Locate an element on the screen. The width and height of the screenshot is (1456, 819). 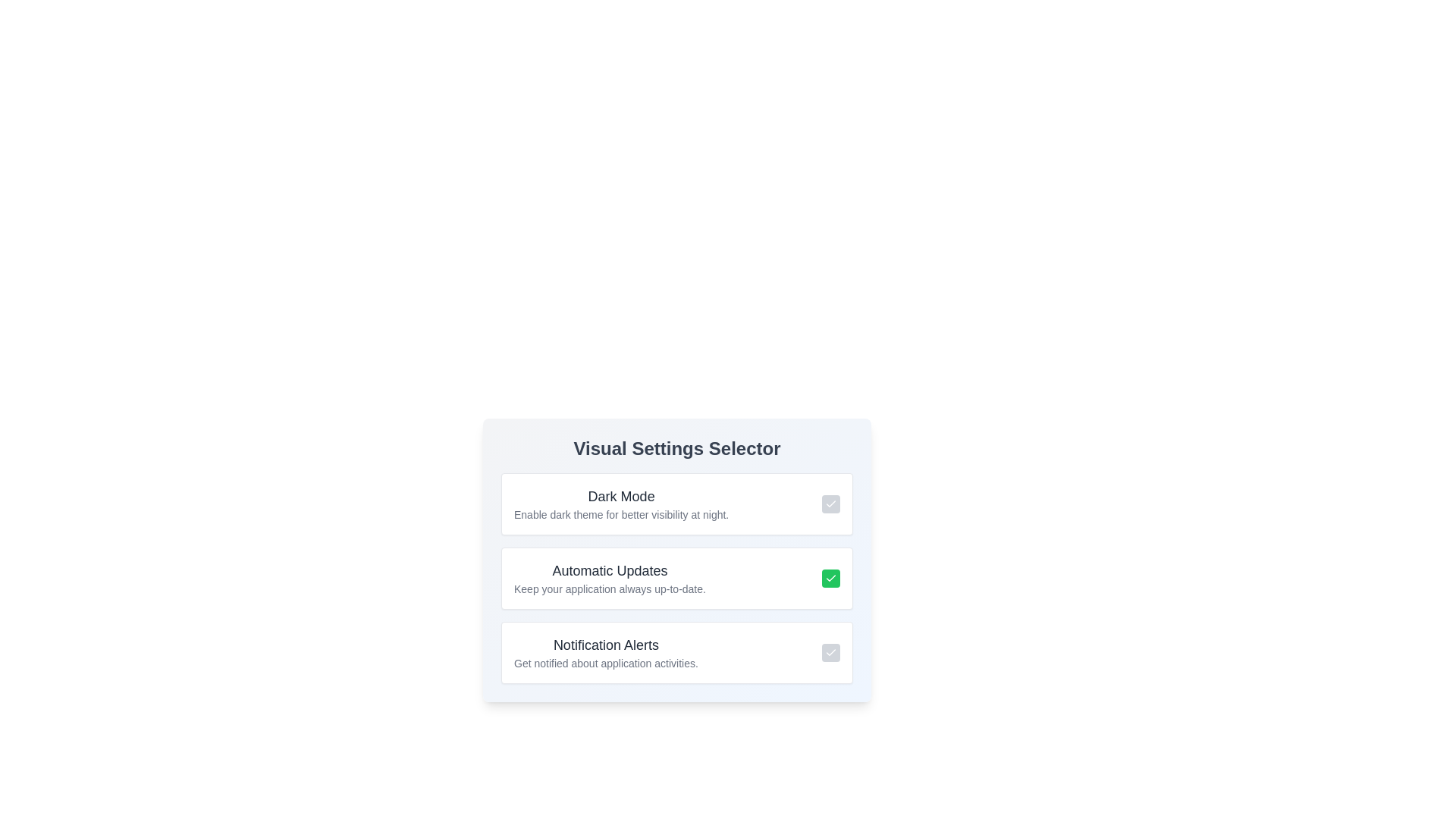
the informational text label explaining the 'Dark Mode' feature, which is located directly below its title in the 'Dark Mode' section is located at coordinates (621, 513).